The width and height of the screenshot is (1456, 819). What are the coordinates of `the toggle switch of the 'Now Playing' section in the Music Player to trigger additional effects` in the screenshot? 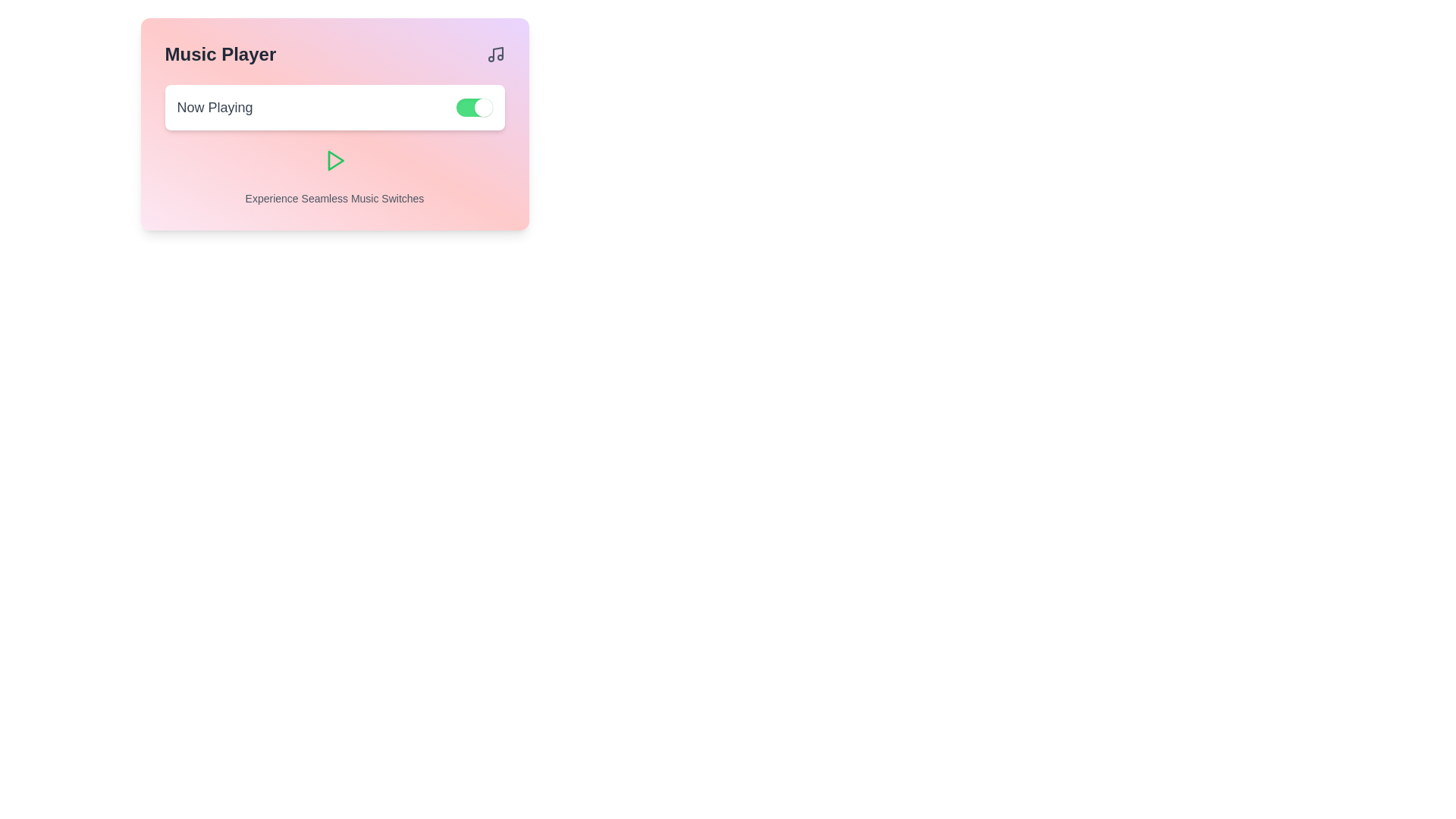 It's located at (334, 107).